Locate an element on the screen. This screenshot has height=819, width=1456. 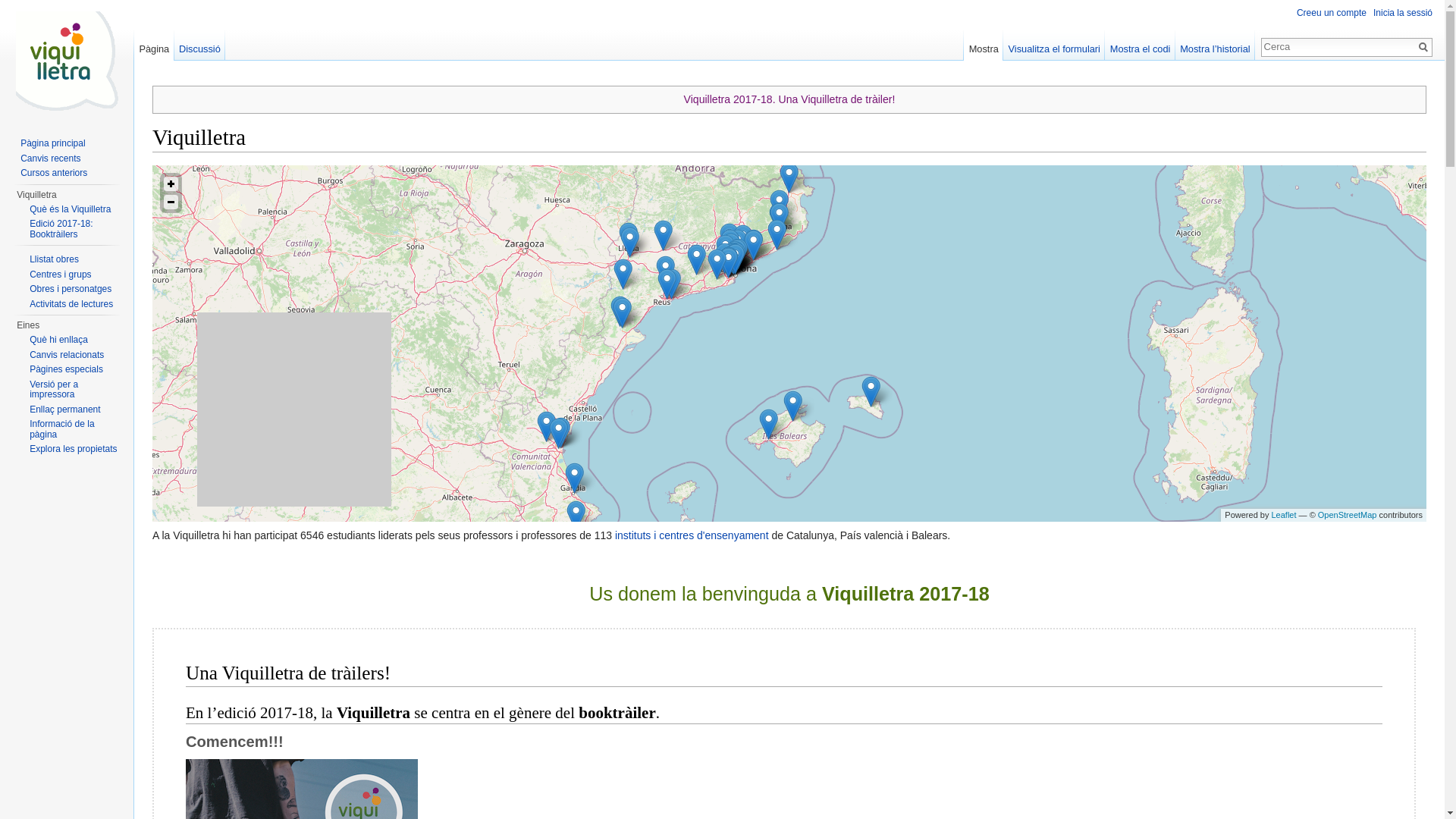
'Explora les propietats' is located at coordinates (72, 447).